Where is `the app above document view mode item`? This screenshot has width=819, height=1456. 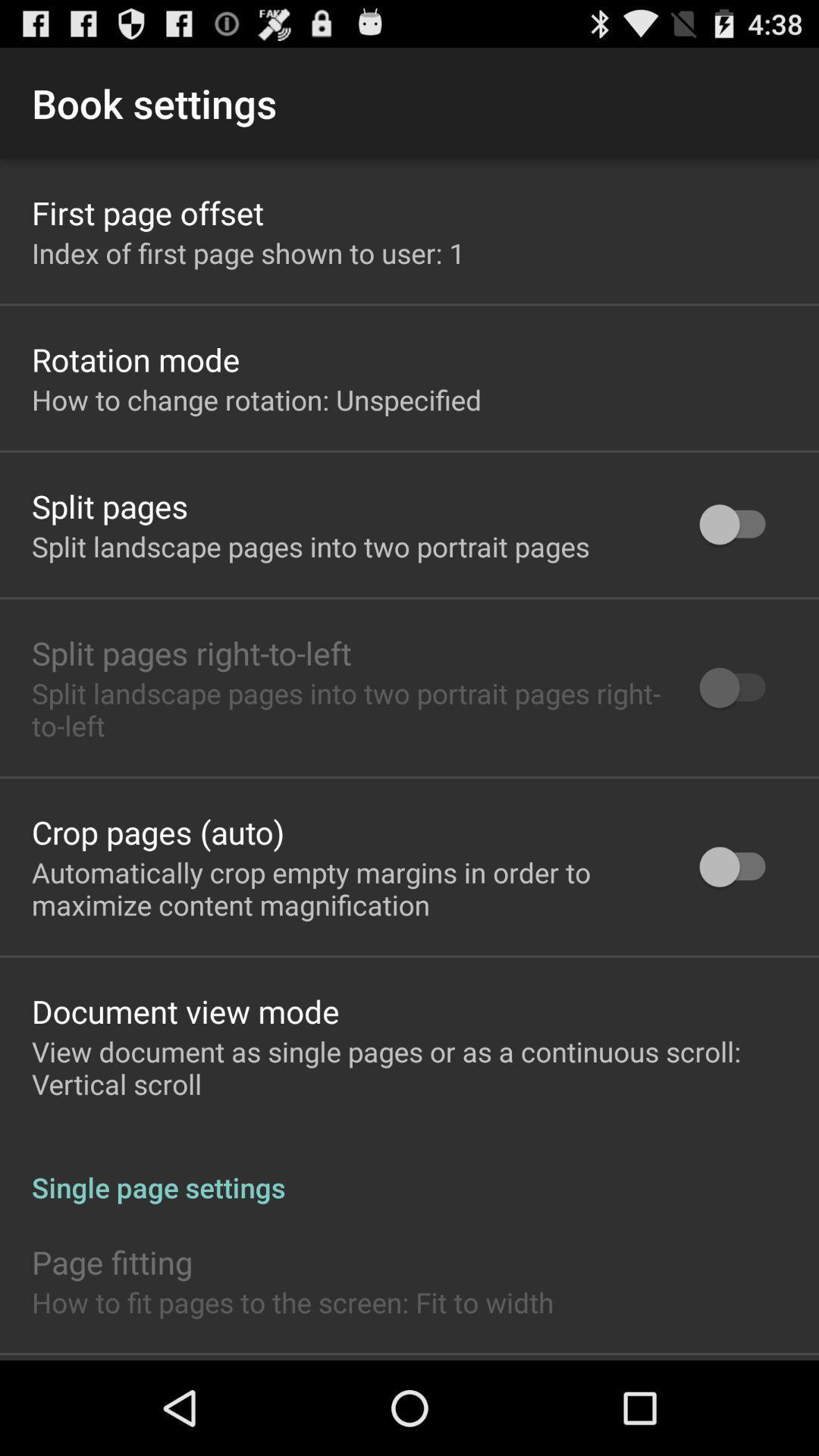 the app above document view mode item is located at coordinates (346, 888).